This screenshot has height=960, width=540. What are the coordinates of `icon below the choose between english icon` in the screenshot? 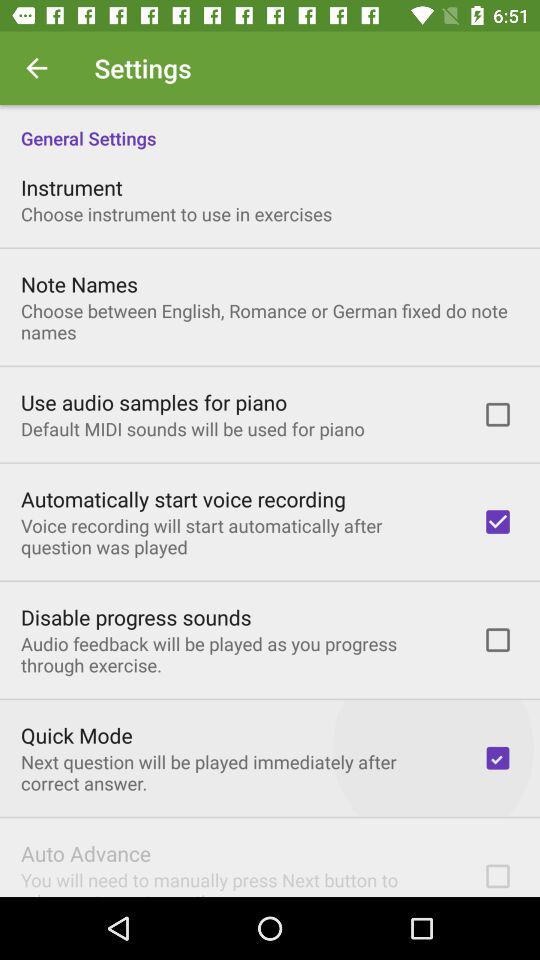 It's located at (153, 401).